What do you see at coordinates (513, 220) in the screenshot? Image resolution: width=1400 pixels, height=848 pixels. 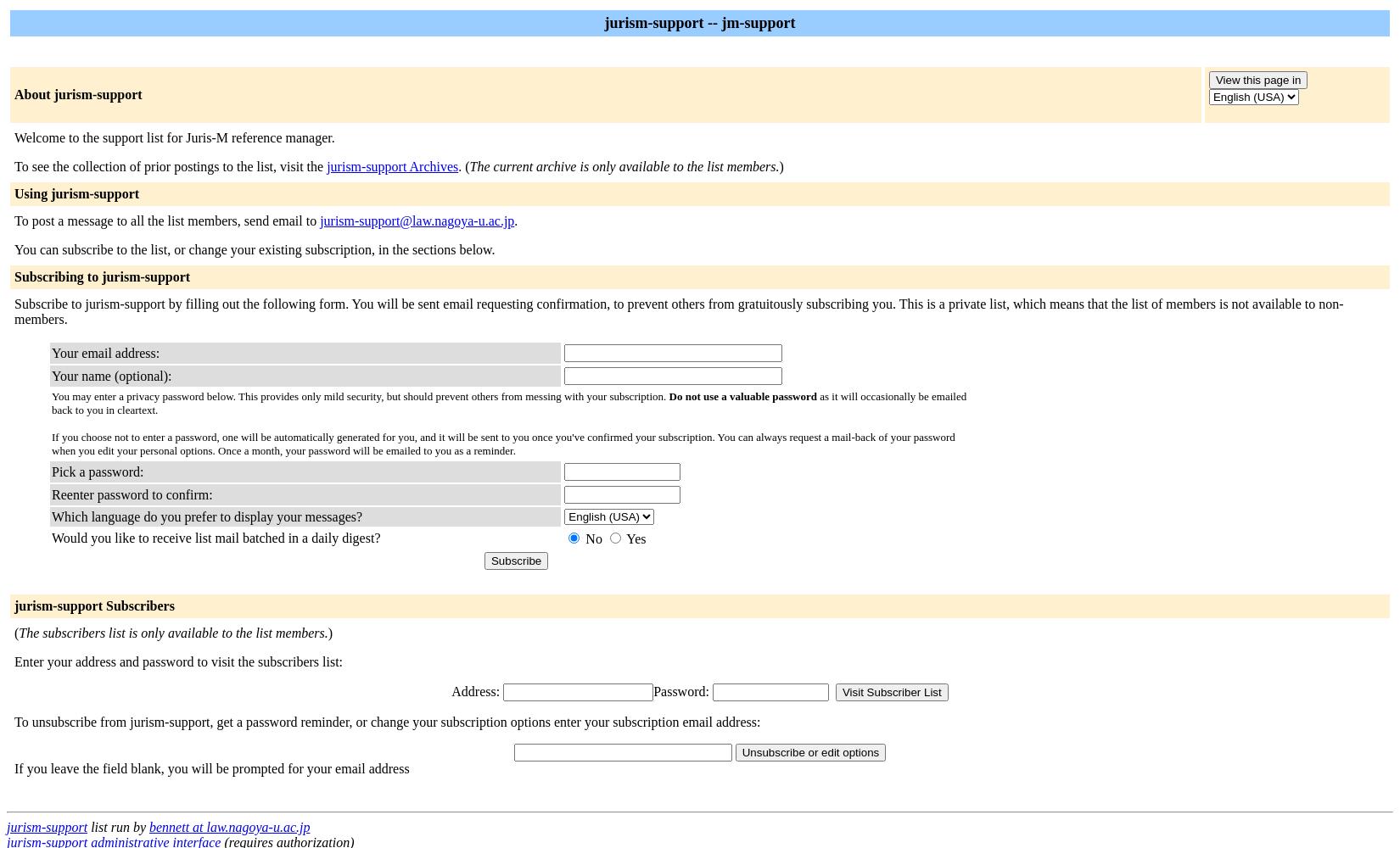 I see `'.'` at bounding box center [513, 220].